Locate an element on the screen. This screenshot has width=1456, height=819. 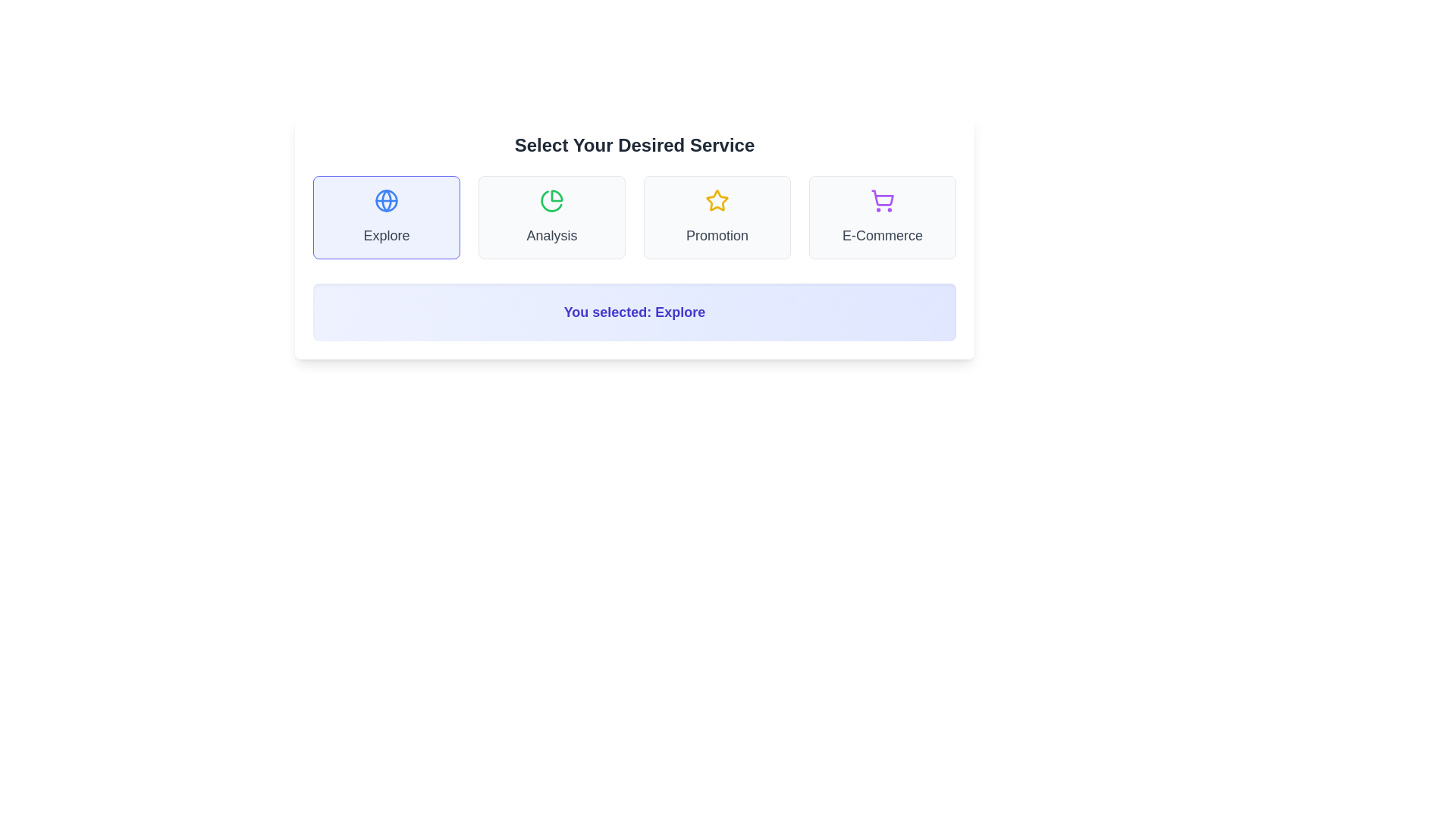
the text label displaying 'Analysis' is located at coordinates (551, 236).